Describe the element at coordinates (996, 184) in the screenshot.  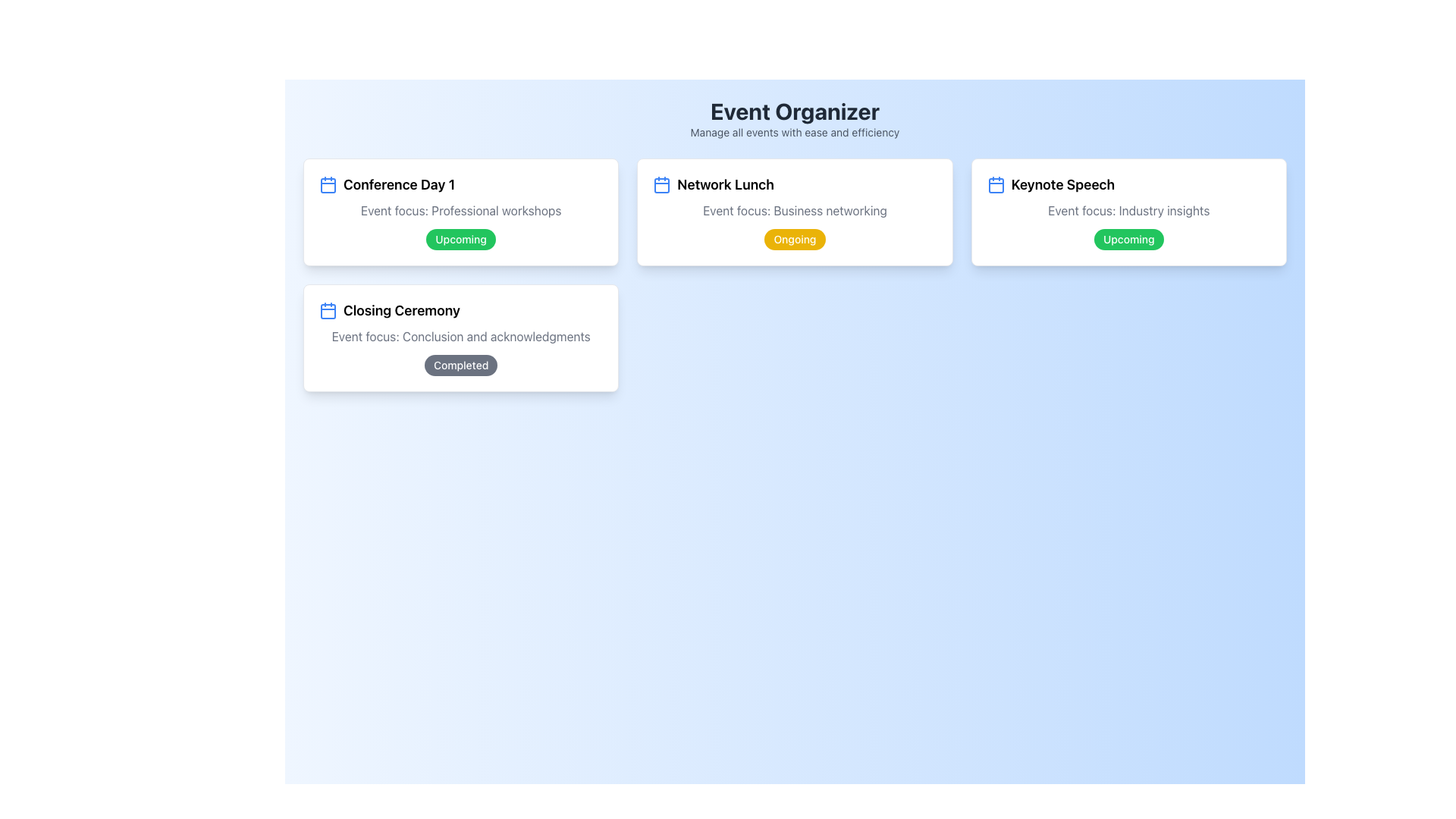
I see `the blue calendar icon located to the left of the 'Keynote Speech' title in the event card at the top right corner of the interface` at that location.